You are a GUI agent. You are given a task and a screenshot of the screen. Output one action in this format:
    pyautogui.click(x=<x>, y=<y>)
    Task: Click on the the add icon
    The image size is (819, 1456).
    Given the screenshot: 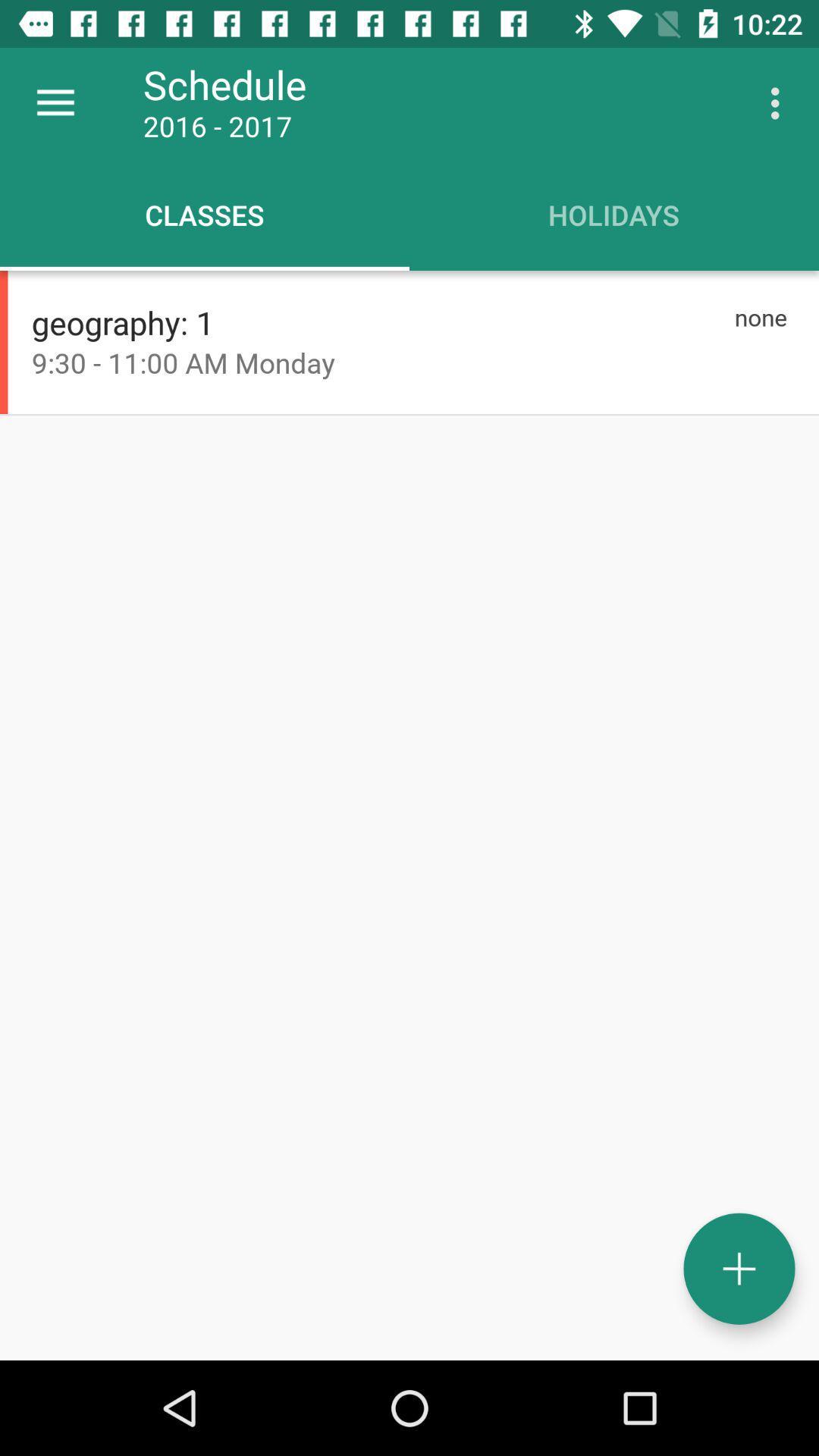 What is the action you would take?
    pyautogui.click(x=739, y=1269)
    